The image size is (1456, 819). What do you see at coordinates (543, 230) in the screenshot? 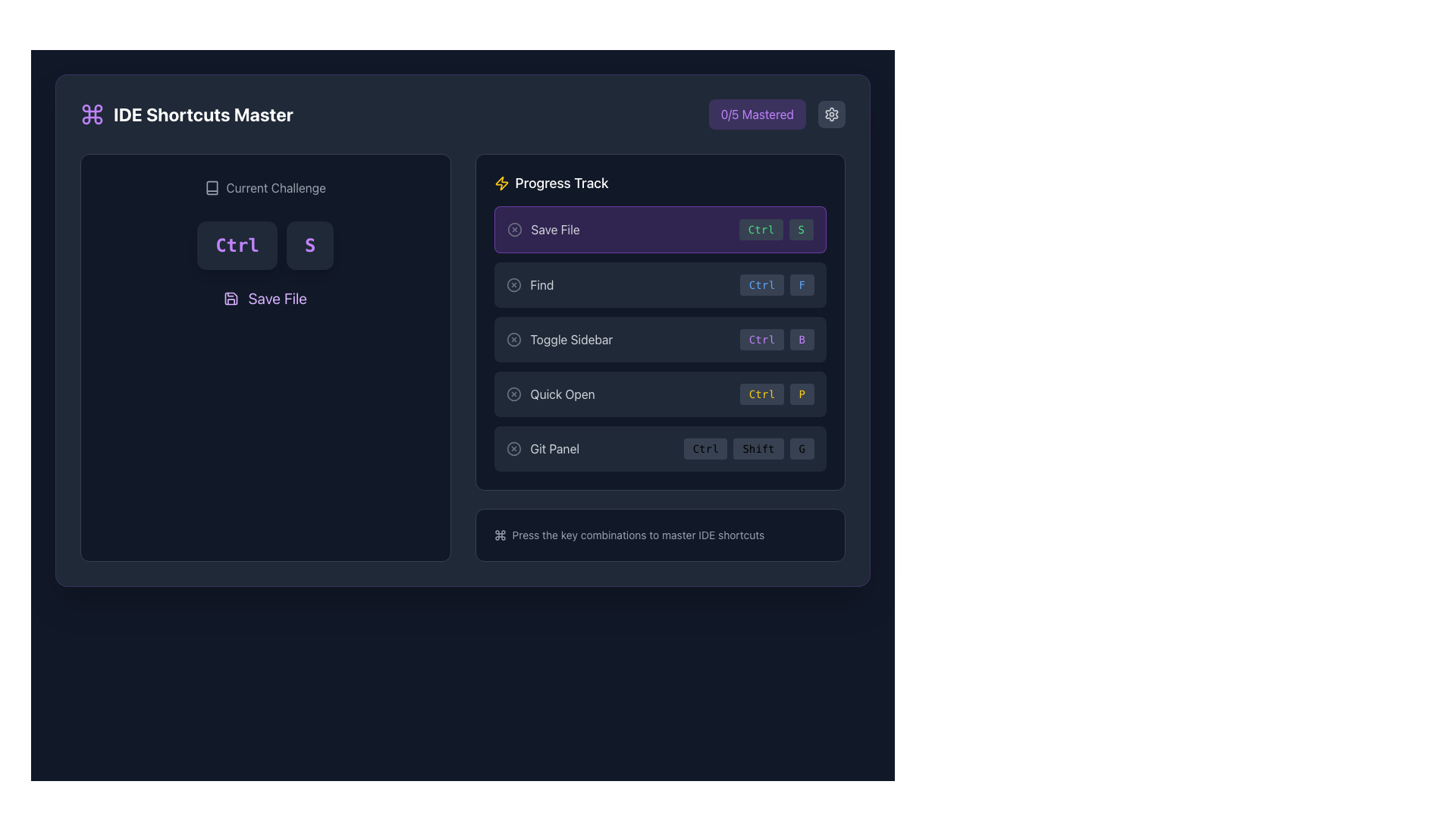
I see `the first item in the list of keyboard shortcuts that provides information about the 'Save File' operation under the 'Progress Track' section to read its contents` at bounding box center [543, 230].